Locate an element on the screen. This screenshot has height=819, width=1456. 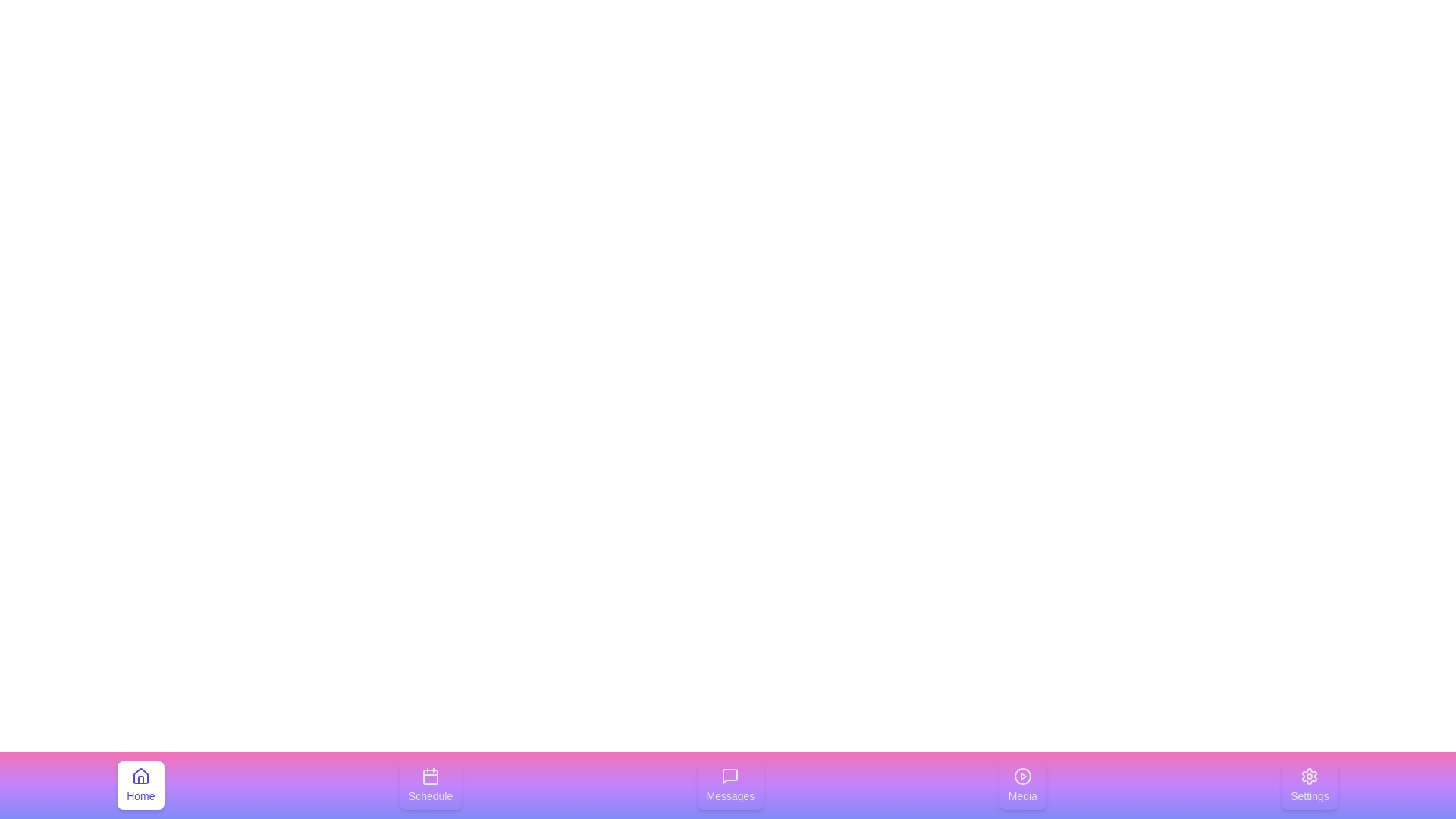
the tab labeled Settings in the EnhancedBottomNavigation component is located at coordinates (1309, 785).